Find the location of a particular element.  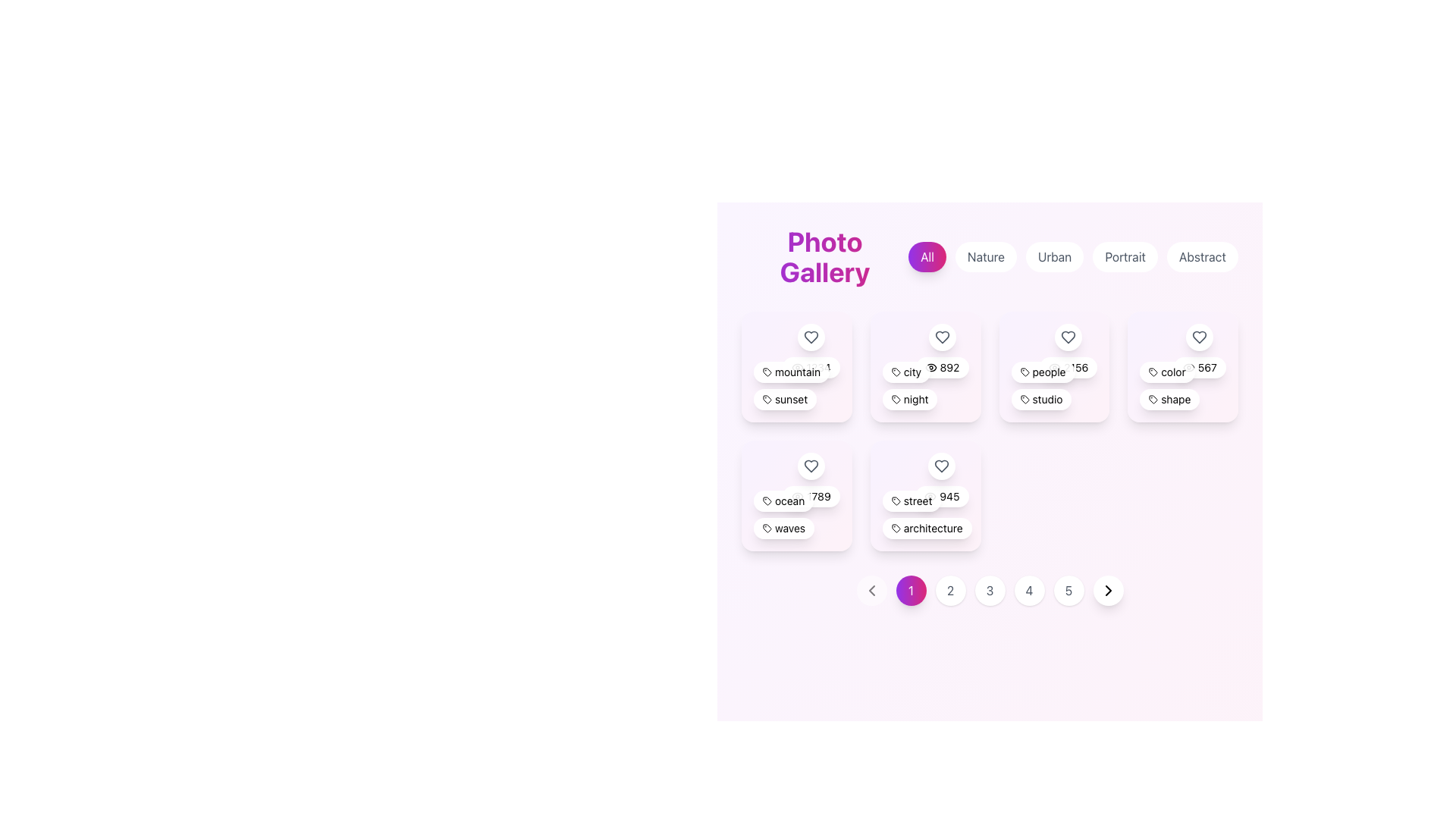

the eye-shaped icon located to the left of the numerical label '1234' on the card in the grid layout is located at coordinates (796, 368).